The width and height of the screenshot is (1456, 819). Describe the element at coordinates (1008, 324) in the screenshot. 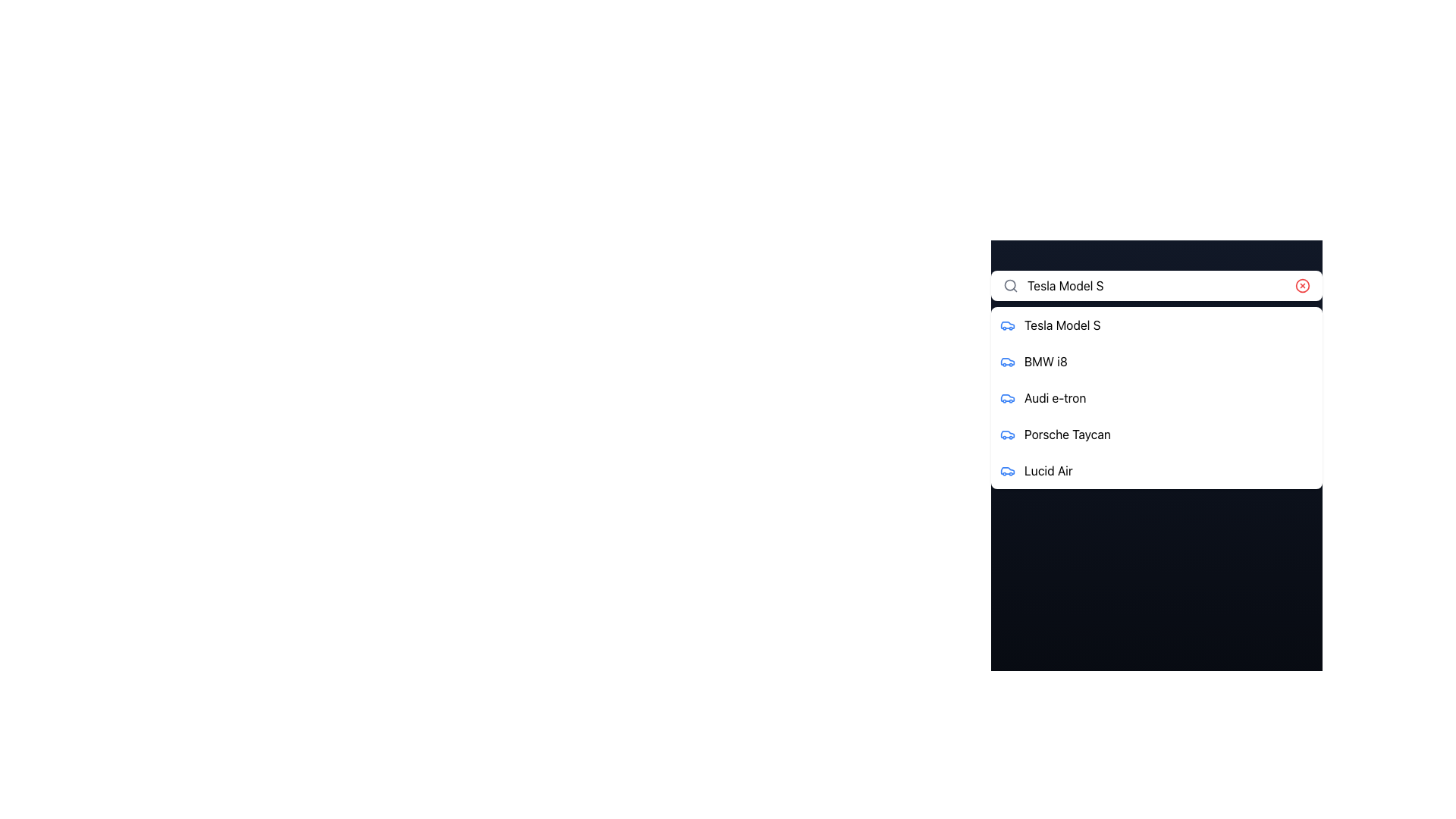

I see `the car icon representing the 'Tesla Model S' list item, which is the first entry in the dropdown list` at that location.